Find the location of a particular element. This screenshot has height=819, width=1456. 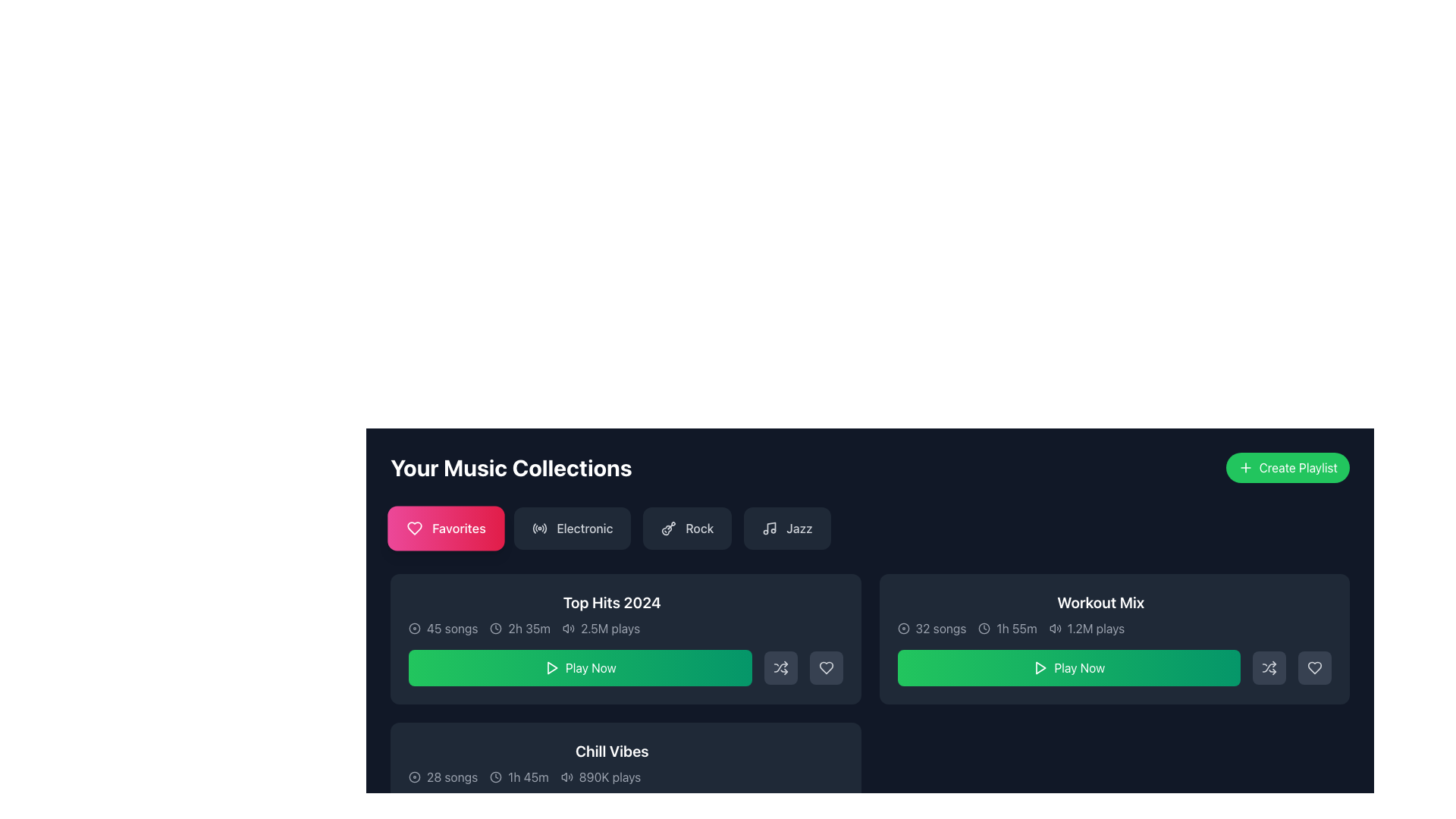

the plus icon for the 'Create Playlist' button located to the left of the text within the green button in the top-right corner of the interface is located at coordinates (1245, 467).